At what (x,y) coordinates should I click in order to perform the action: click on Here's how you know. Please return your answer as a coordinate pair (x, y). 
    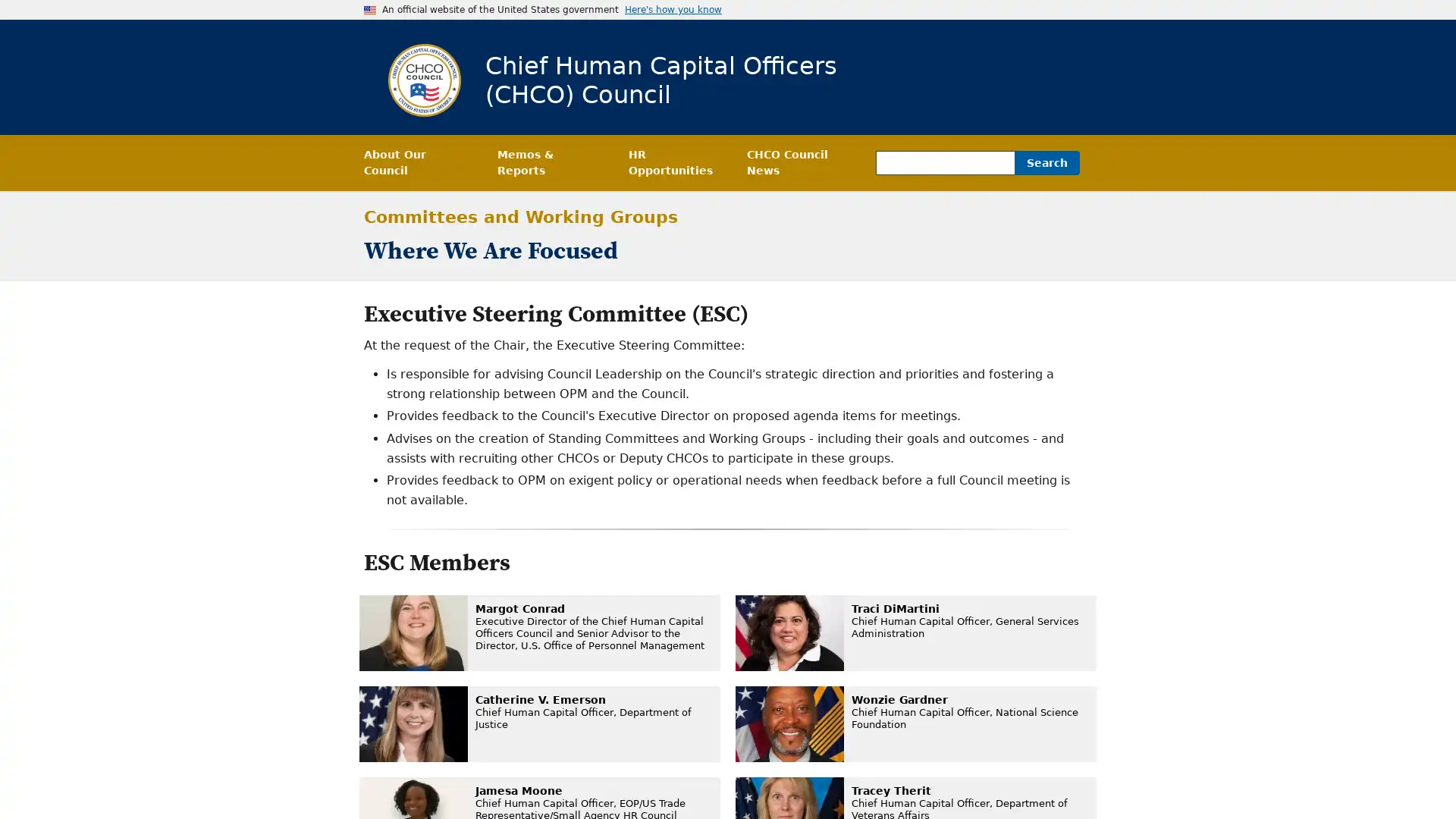
    Looking at the image, I should click on (673, 9).